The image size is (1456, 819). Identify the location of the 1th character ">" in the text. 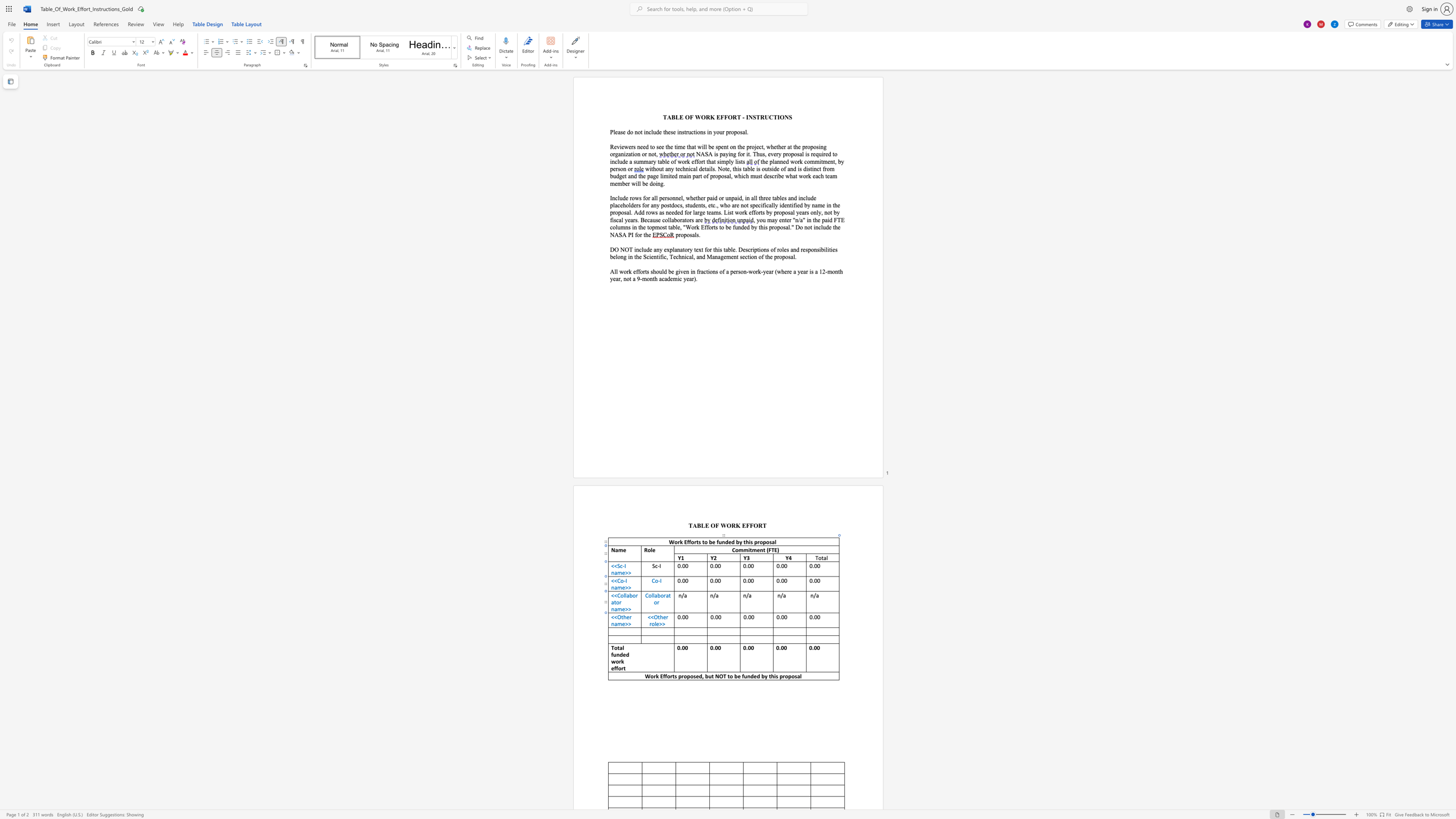
(626, 623).